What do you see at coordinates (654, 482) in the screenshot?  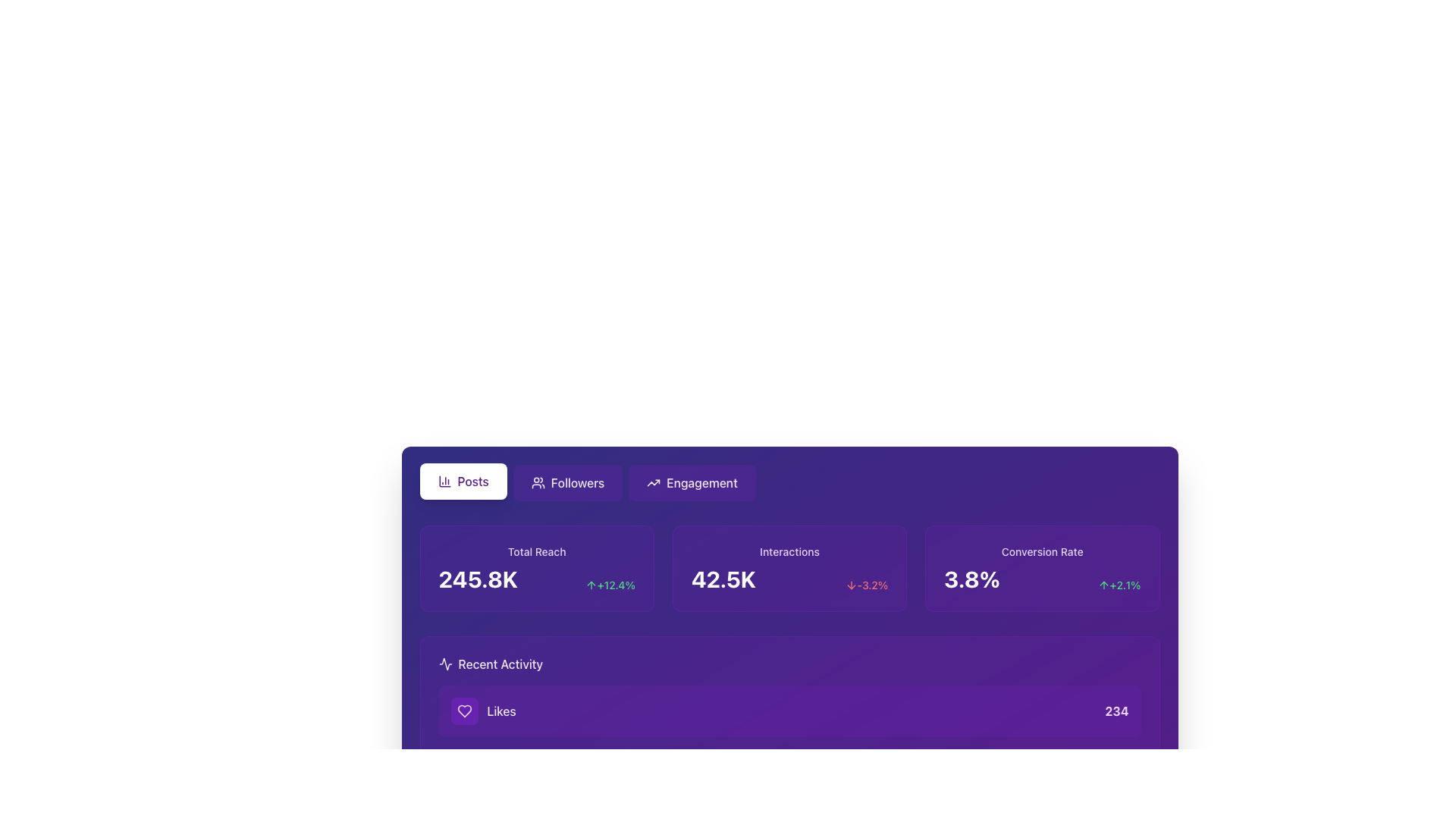 I see `the Engagement icon located at the top-right corner of the Engagement button, which is positioned to the left of the text 'Engagement' within the button group` at bounding box center [654, 482].